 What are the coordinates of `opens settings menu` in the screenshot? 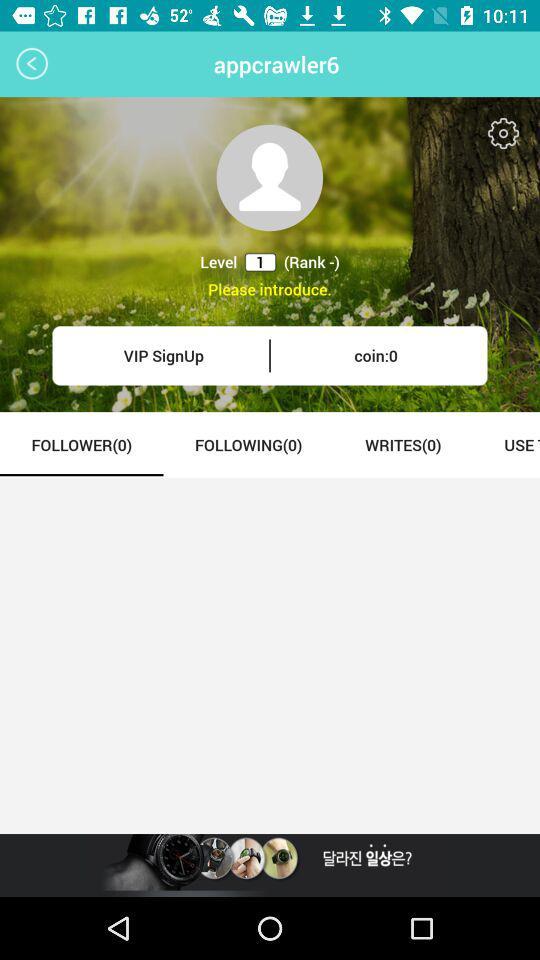 It's located at (502, 132).